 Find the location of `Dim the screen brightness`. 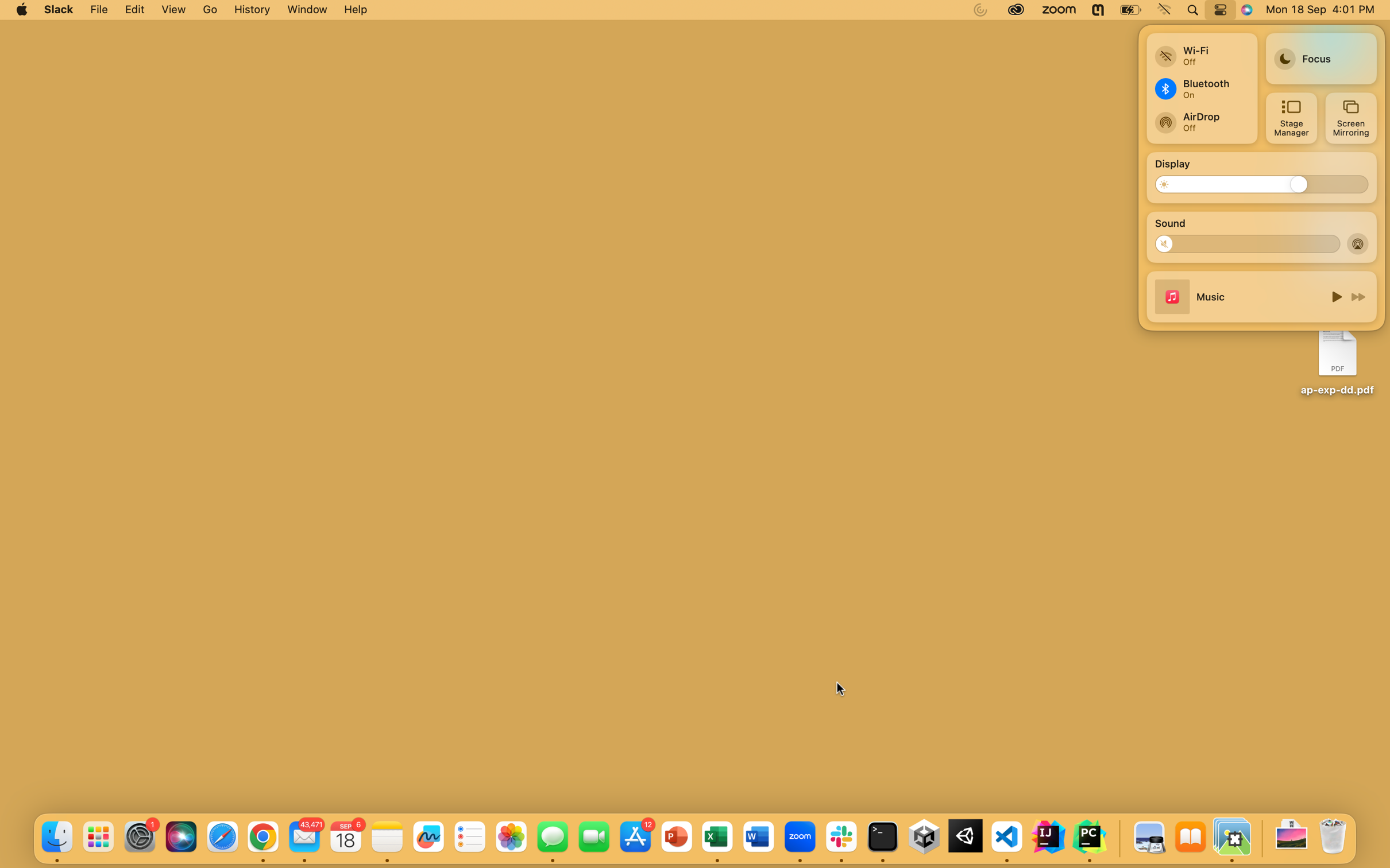

Dim the screen brightness is located at coordinates (1170, 183).